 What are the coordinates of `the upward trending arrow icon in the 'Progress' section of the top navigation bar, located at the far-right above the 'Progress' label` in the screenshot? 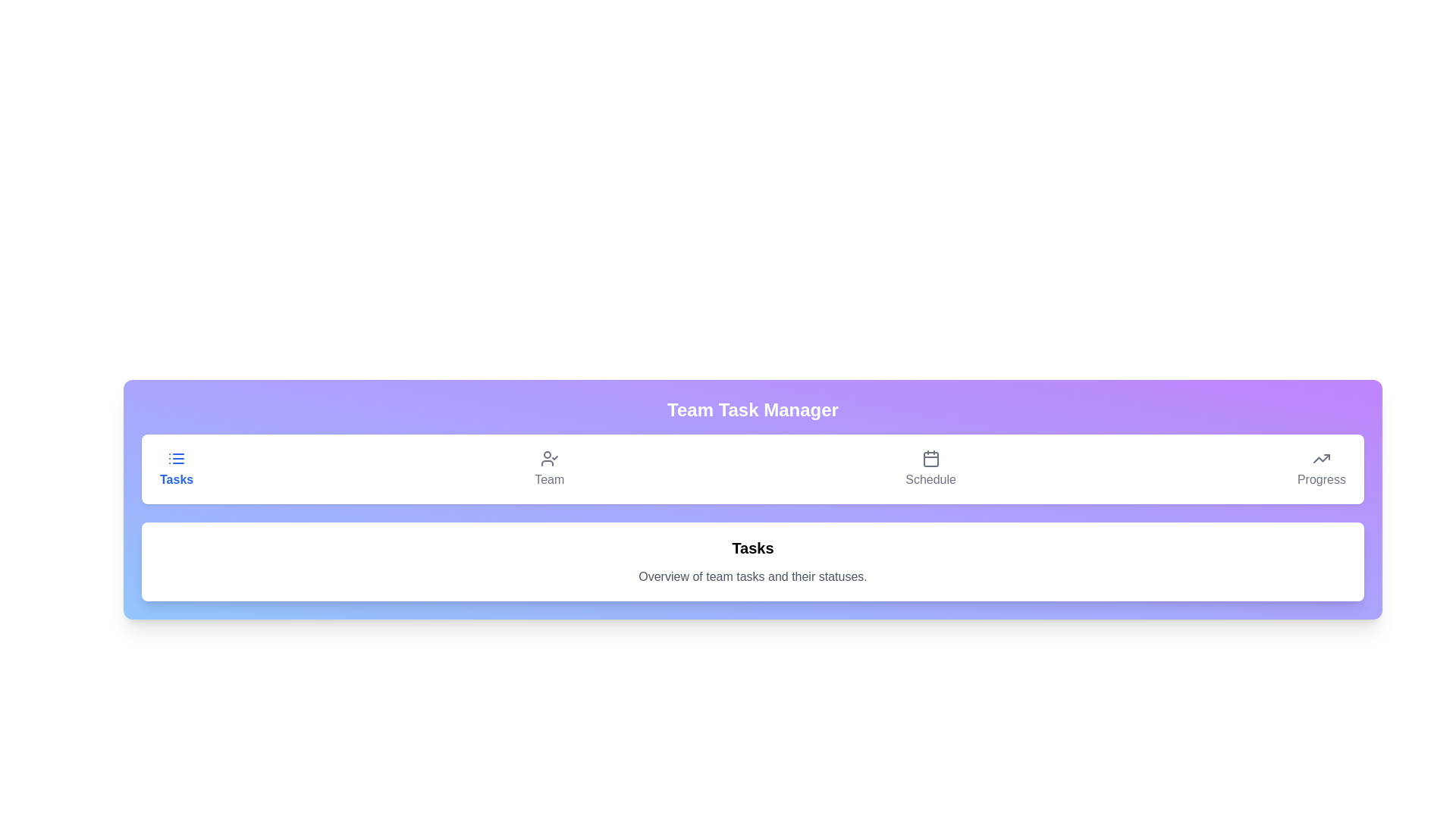 It's located at (1320, 458).